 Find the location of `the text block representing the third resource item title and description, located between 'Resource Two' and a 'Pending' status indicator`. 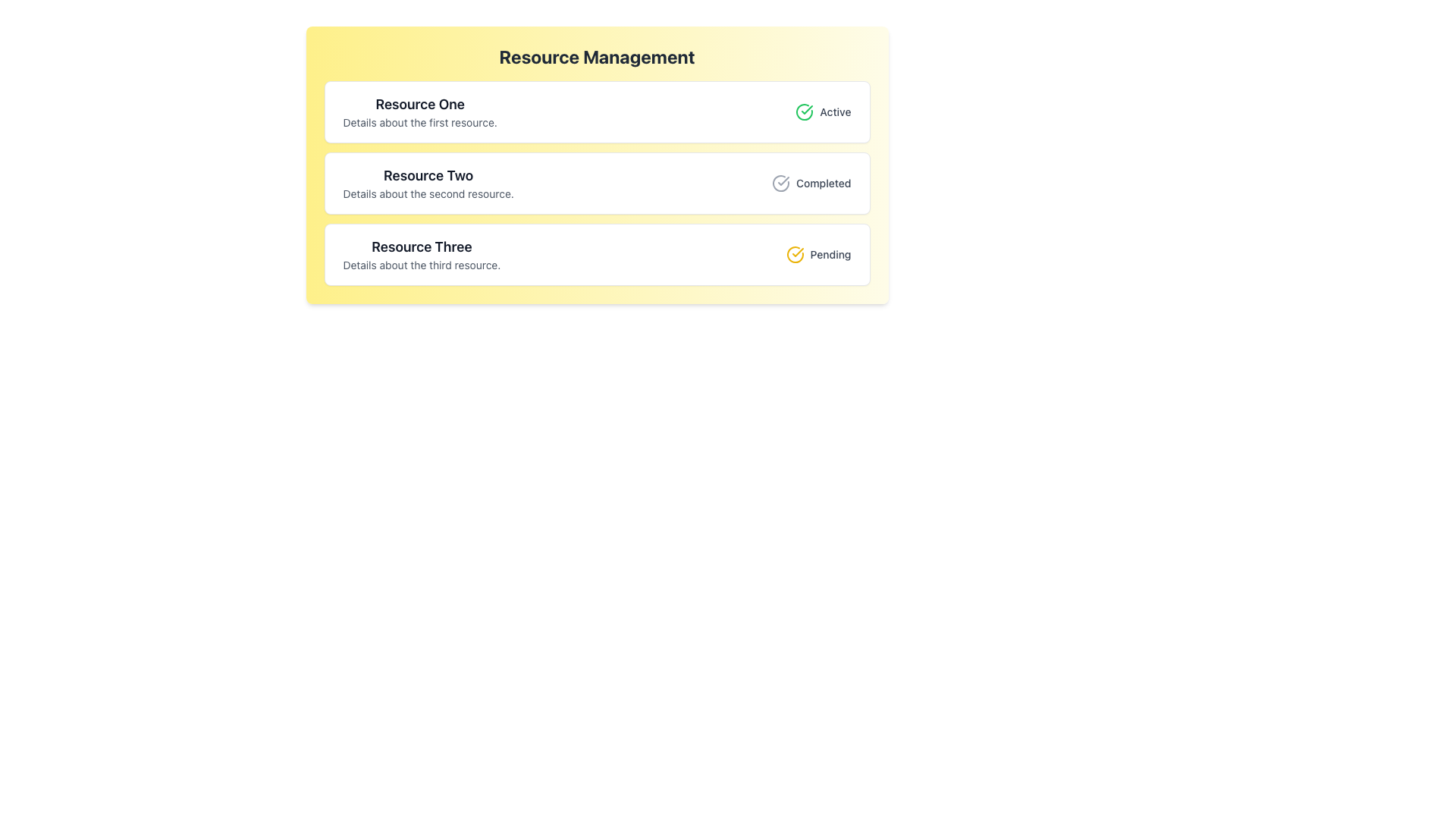

the text block representing the third resource item title and description, located between 'Resource Two' and a 'Pending' status indicator is located at coordinates (422, 253).